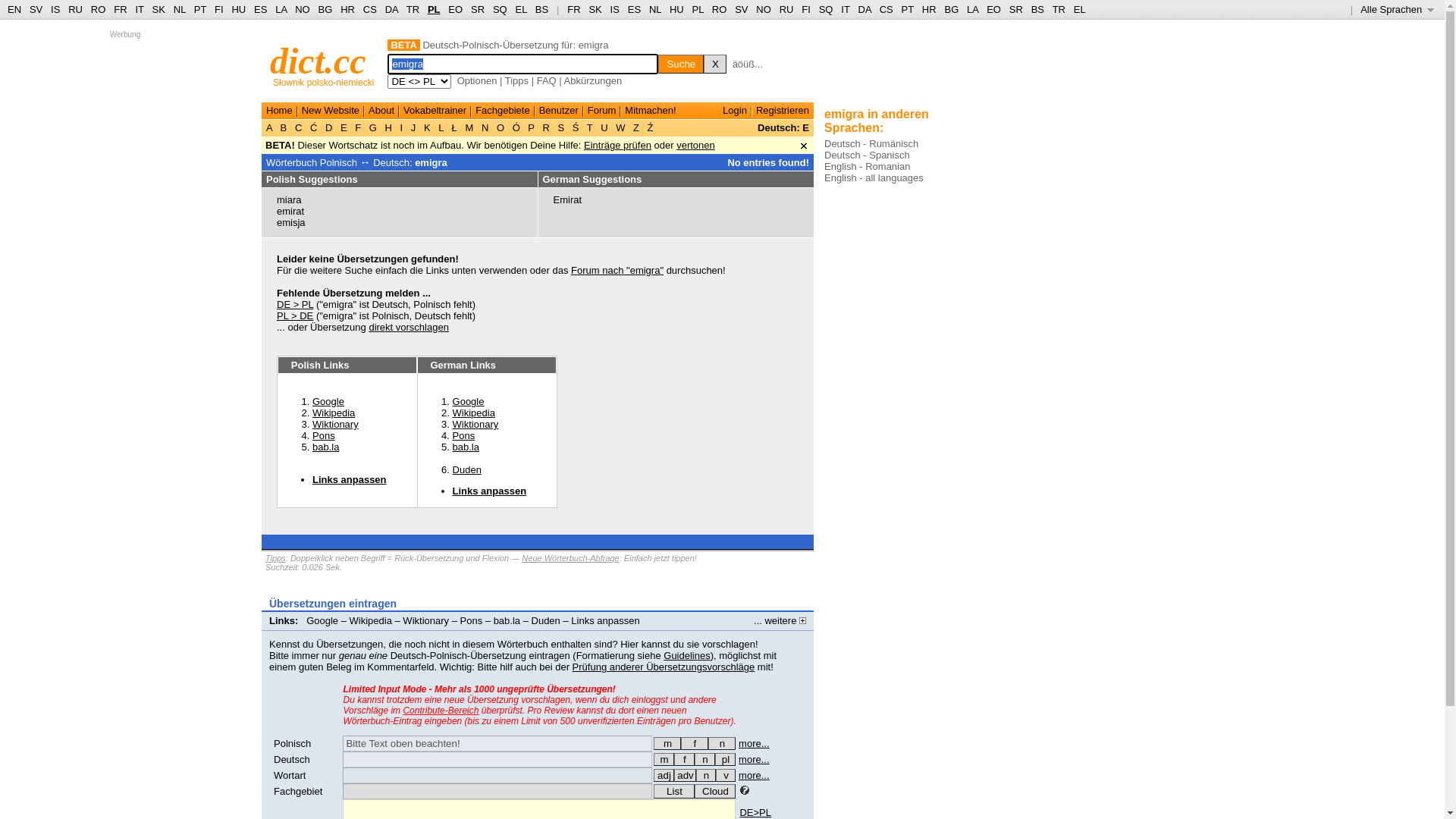 The image size is (1456, 819). Describe the element at coordinates (972, 9) in the screenshot. I see `'LA'` at that location.